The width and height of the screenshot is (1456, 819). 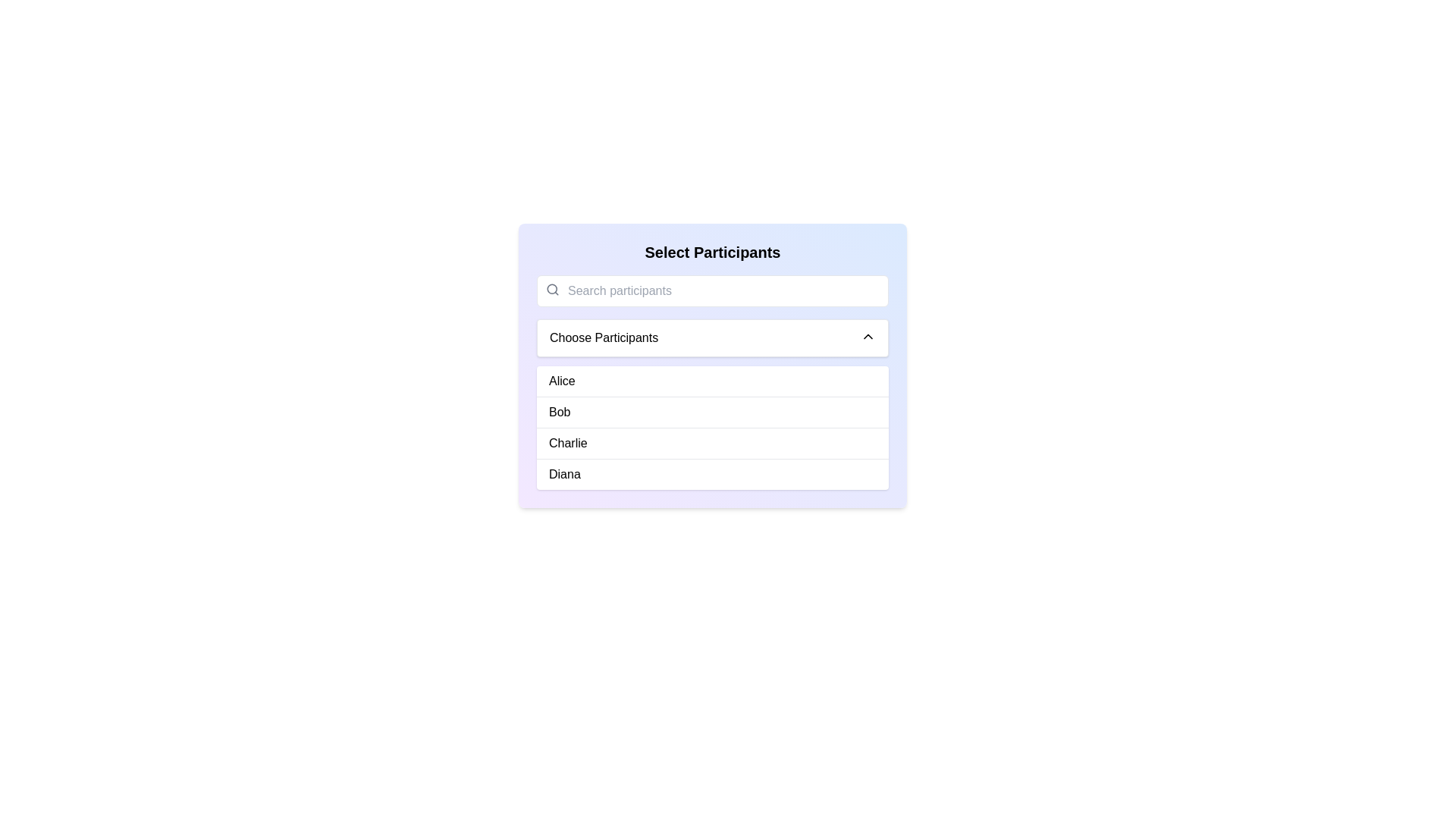 I want to click on the text label displaying the name 'Diana', which is the fourth entry in the list under 'Choose Participants', so click(x=563, y=473).